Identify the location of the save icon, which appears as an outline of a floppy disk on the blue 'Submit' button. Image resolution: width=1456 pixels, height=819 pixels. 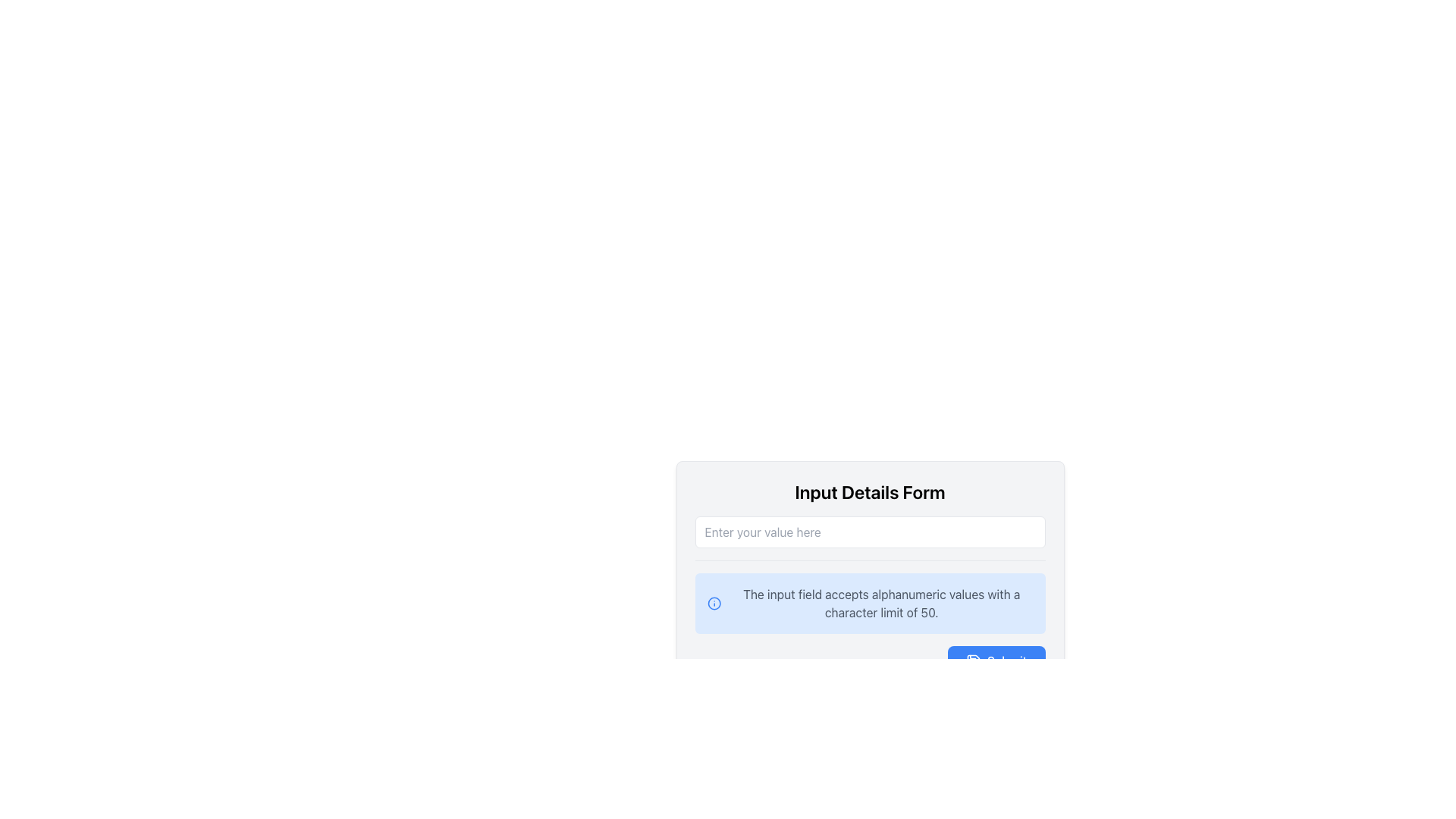
(973, 660).